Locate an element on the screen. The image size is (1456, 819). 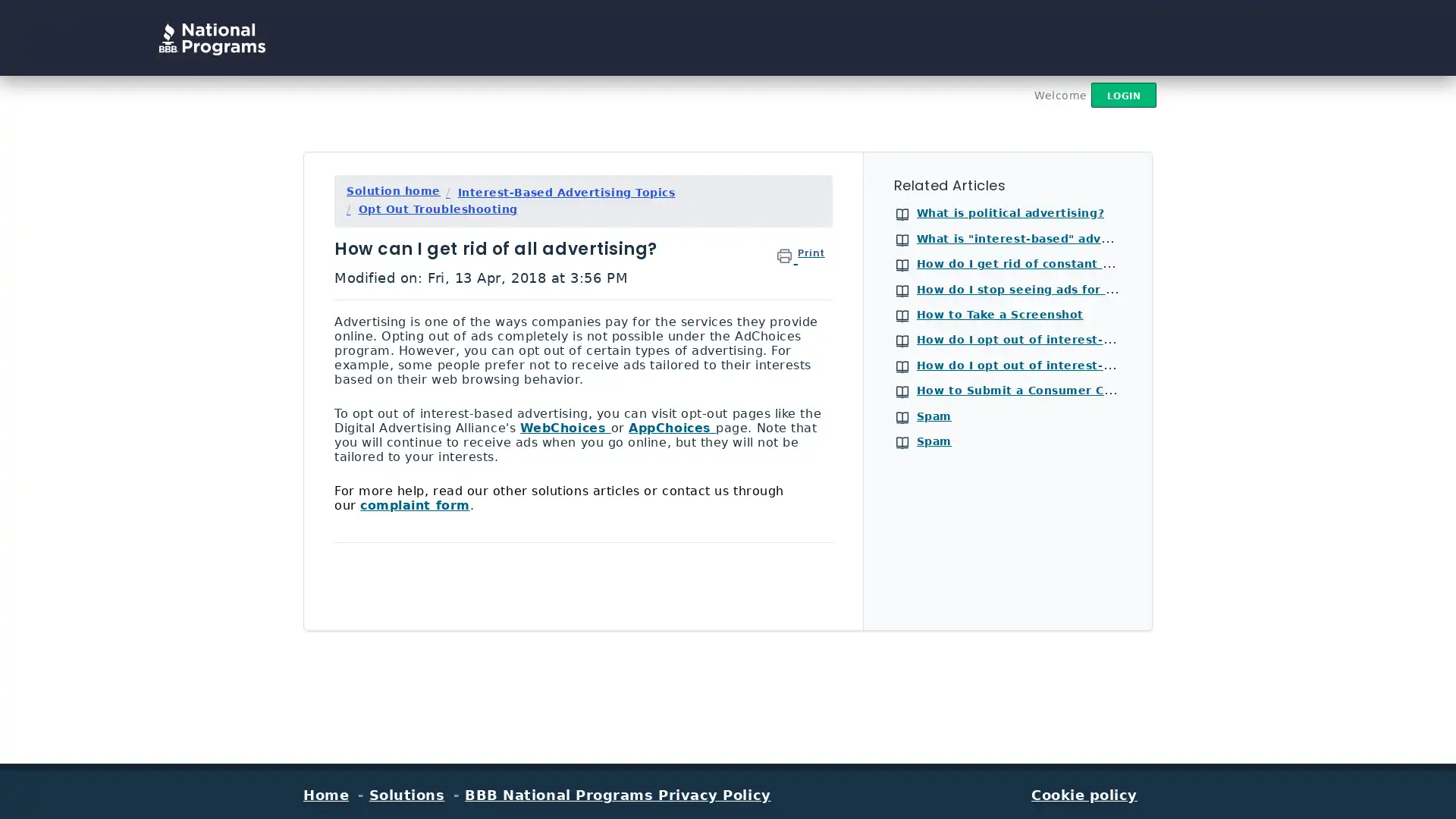
Search is located at coordinates (334, 57).